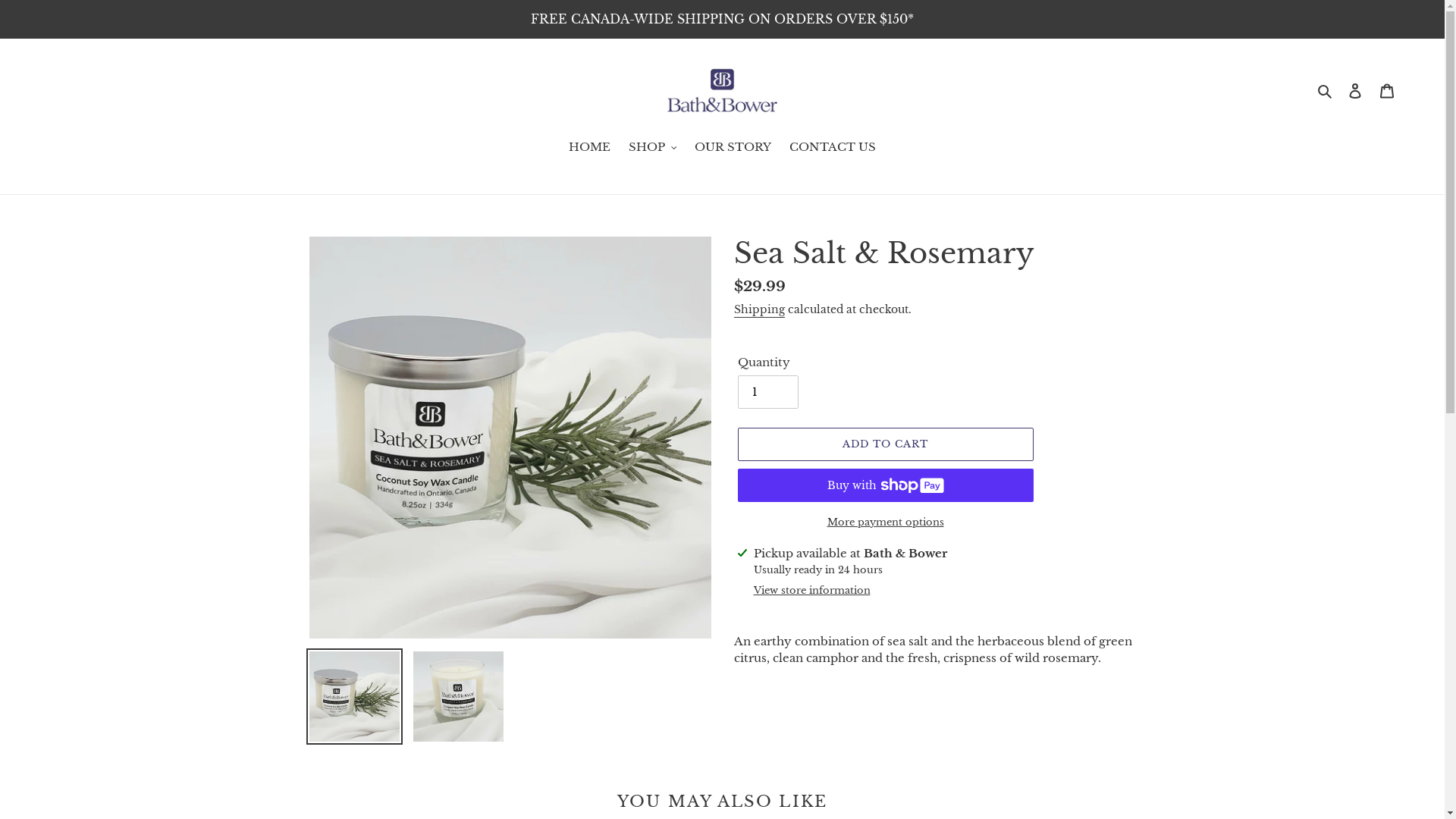 The image size is (1456, 819). I want to click on 'View store information', so click(811, 590).